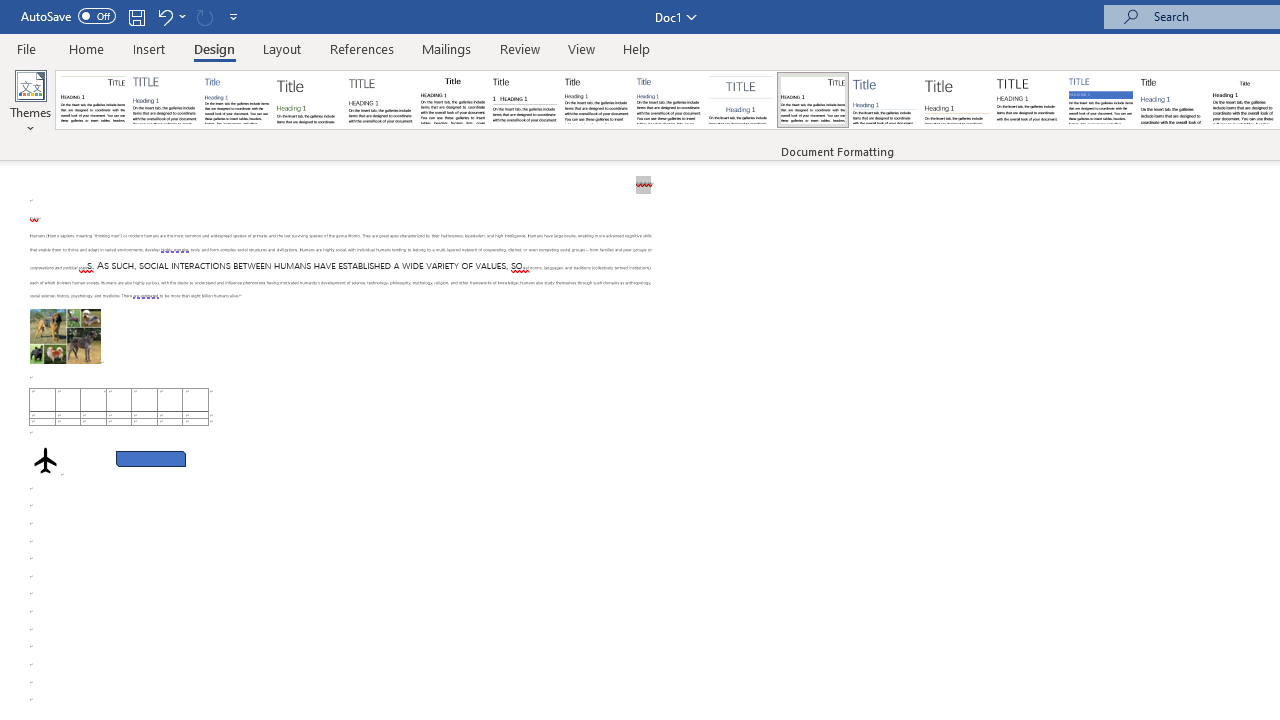 Image resolution: width=1280 pixels, height=720 pixels. I want to click on 'Basic (Stylish)', so click(308, 100).